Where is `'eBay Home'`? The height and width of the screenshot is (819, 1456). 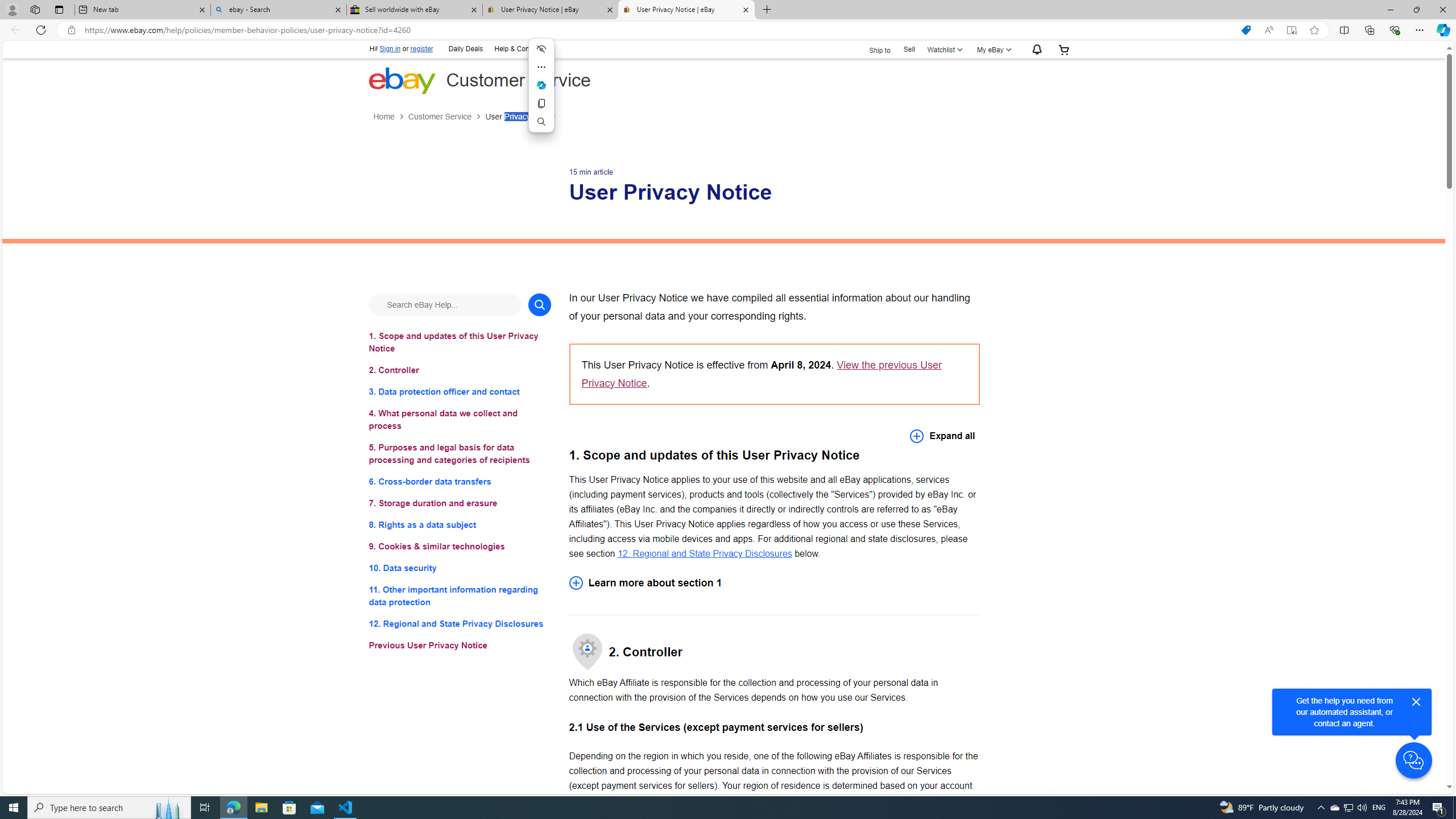 'eBay Home' is located at coordinates (401, 80).